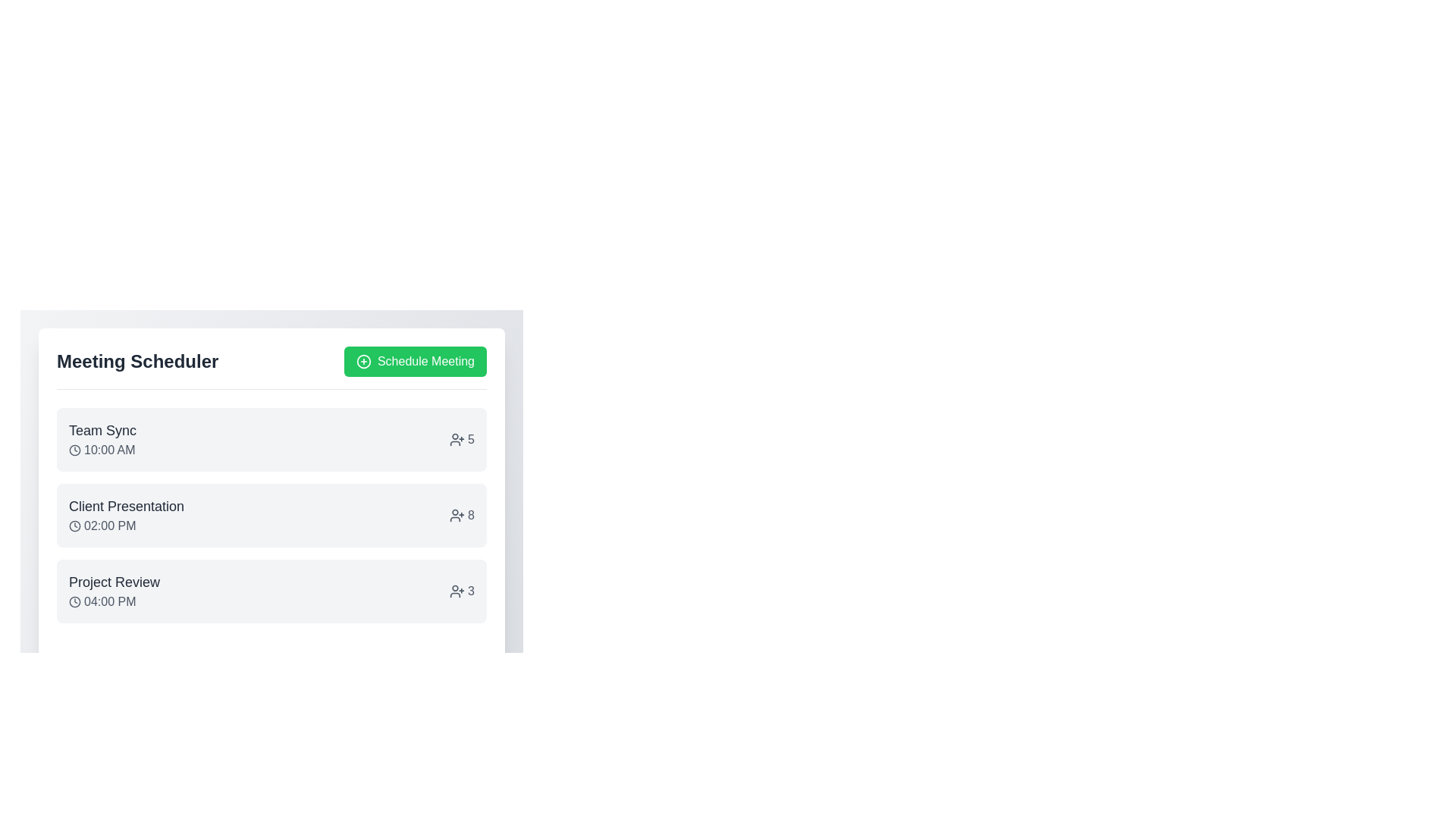  Describe the element at coordinates (364, 362) in the screenshot. I see `the SVG icon on the left side of the green 'Schedule Meeting' button` at that location.